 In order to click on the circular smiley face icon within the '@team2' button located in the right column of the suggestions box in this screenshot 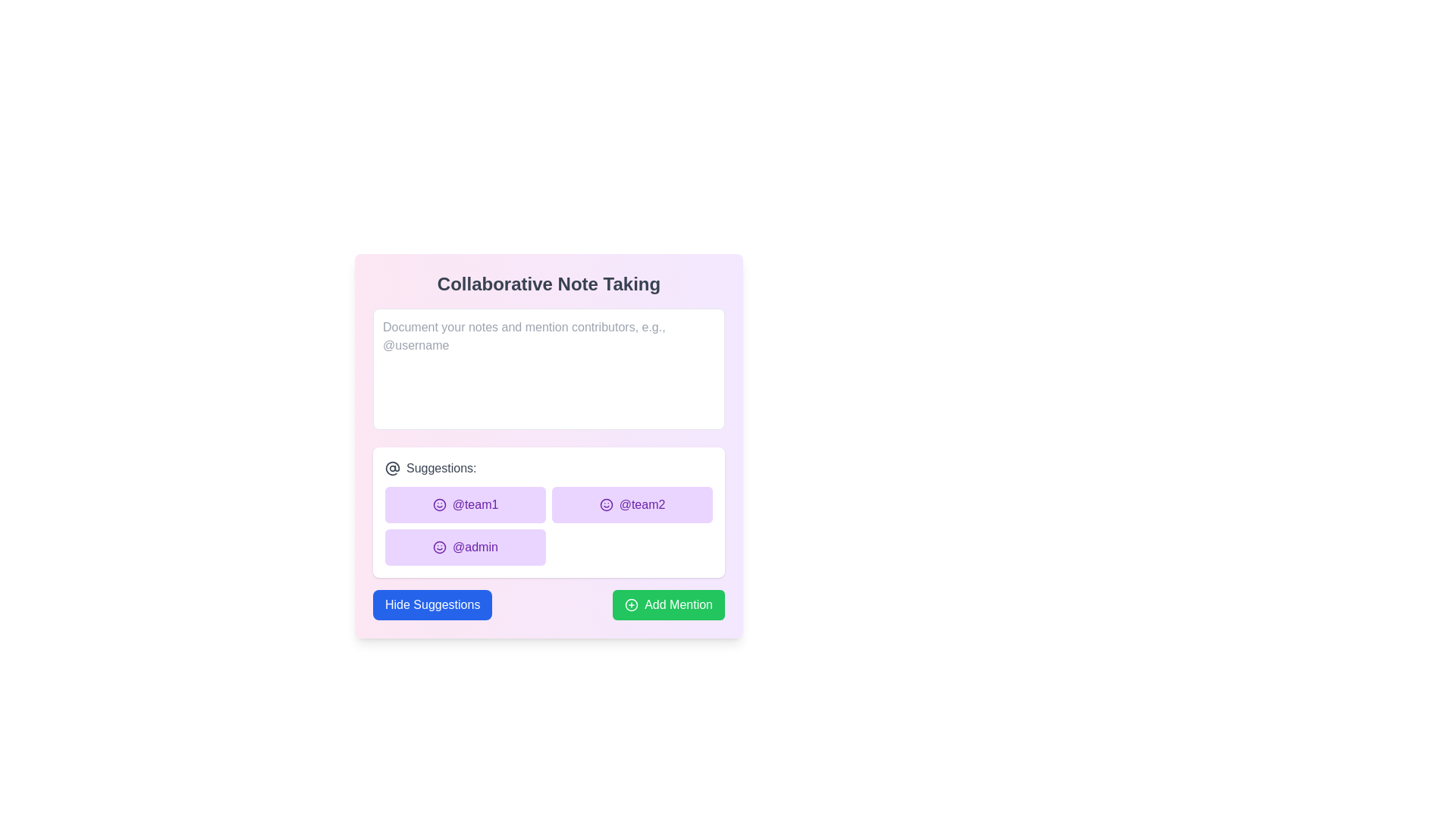, I will do `click(605, 505)`.